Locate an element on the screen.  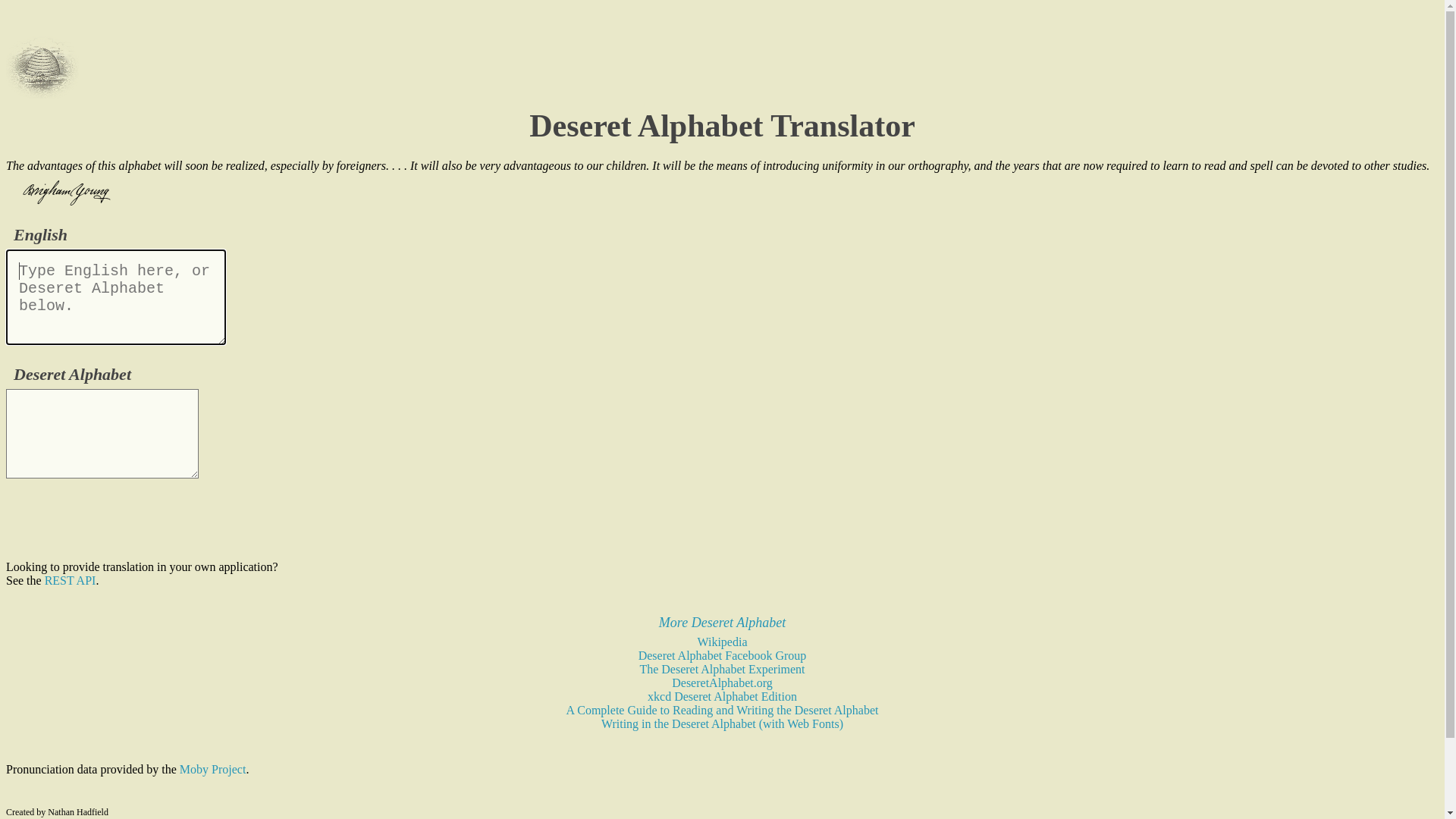
'The Deseret Alphabet Experiment' is located at coordinates (639, 668).